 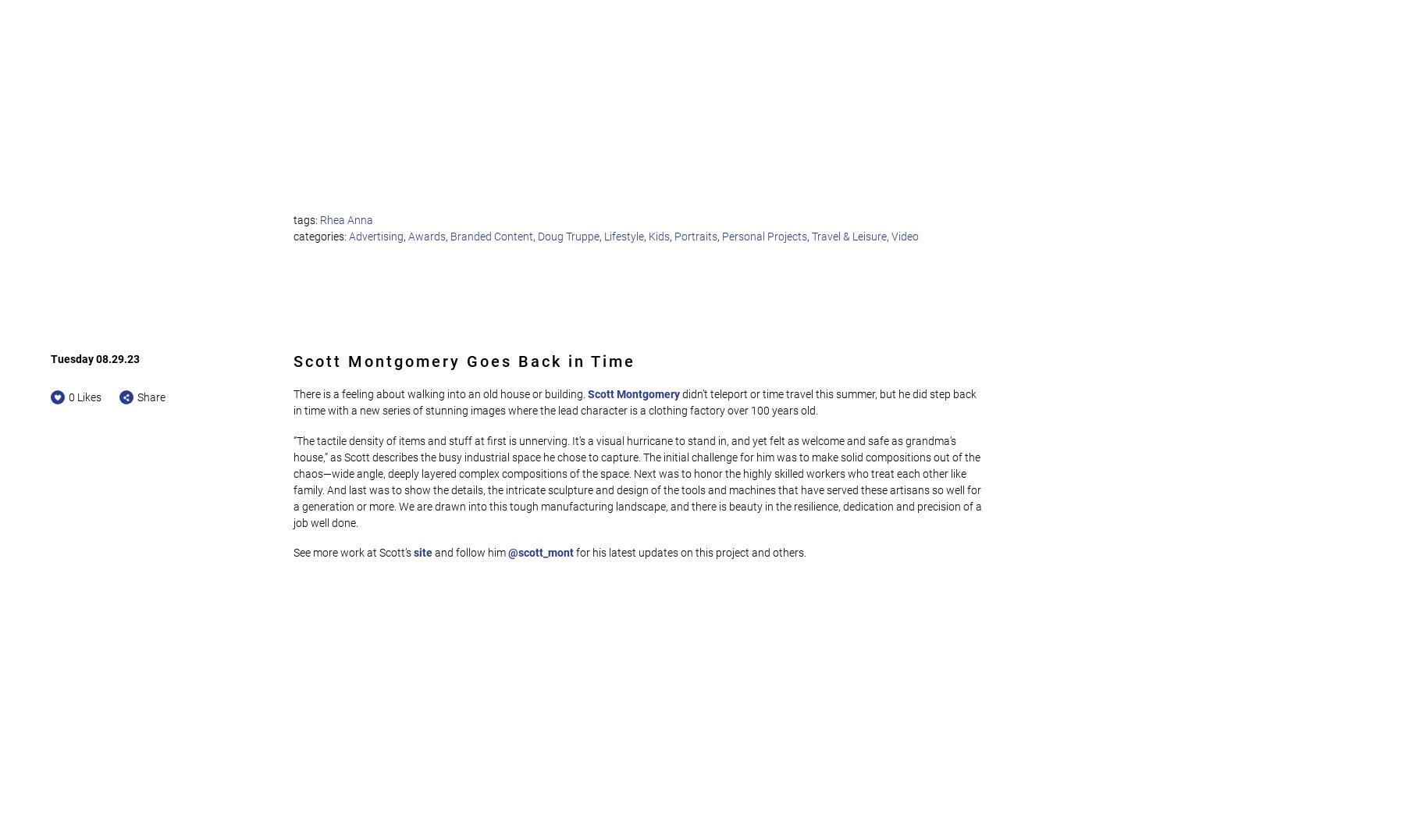 I want to click on 'Rhea Anna', so click(x=319, y=219).